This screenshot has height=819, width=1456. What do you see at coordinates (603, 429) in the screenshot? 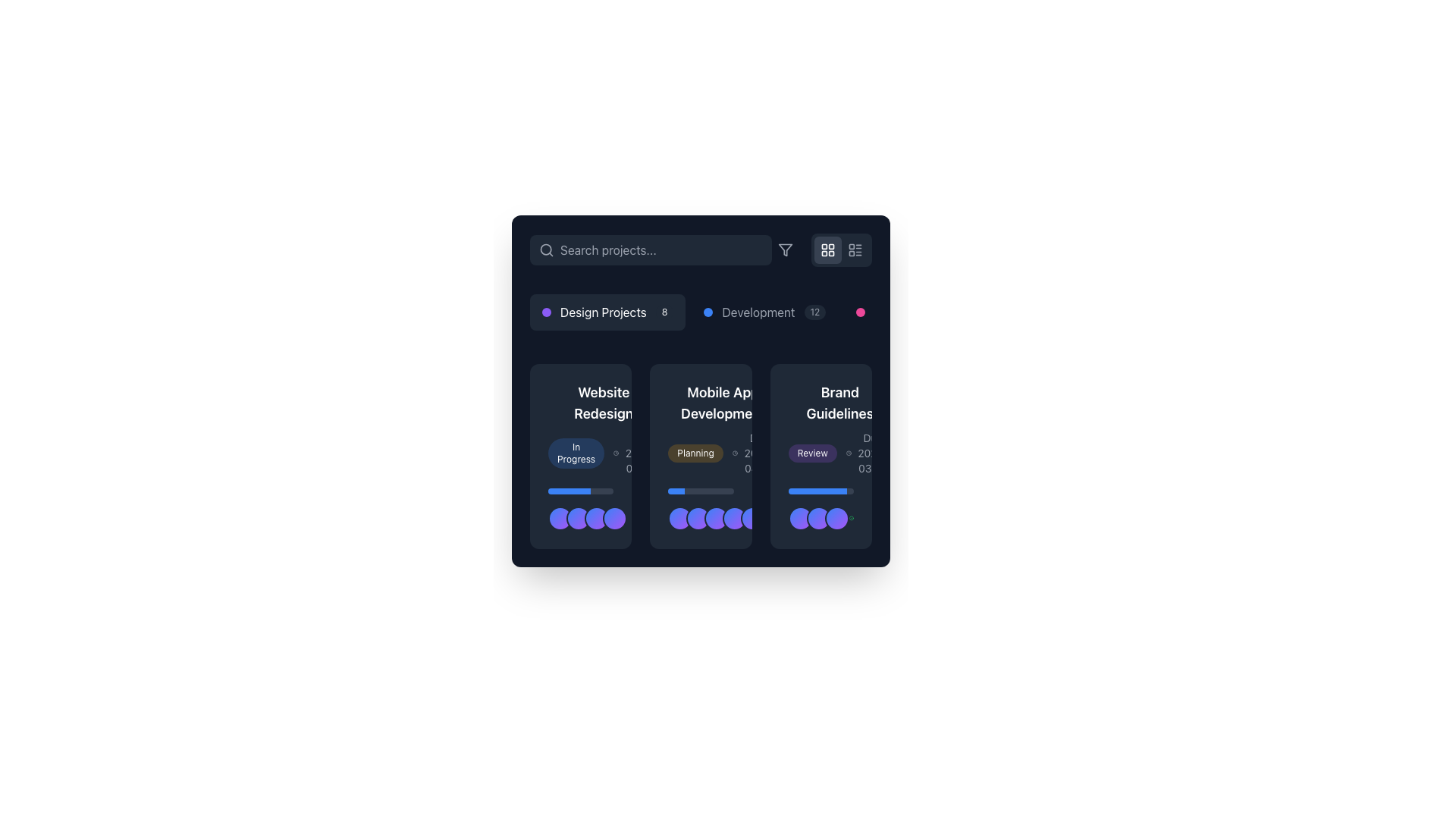
I see `the project card titled 'Website Redesign In Progress Due 2024-03-15'` at bounding box center [603, 429].